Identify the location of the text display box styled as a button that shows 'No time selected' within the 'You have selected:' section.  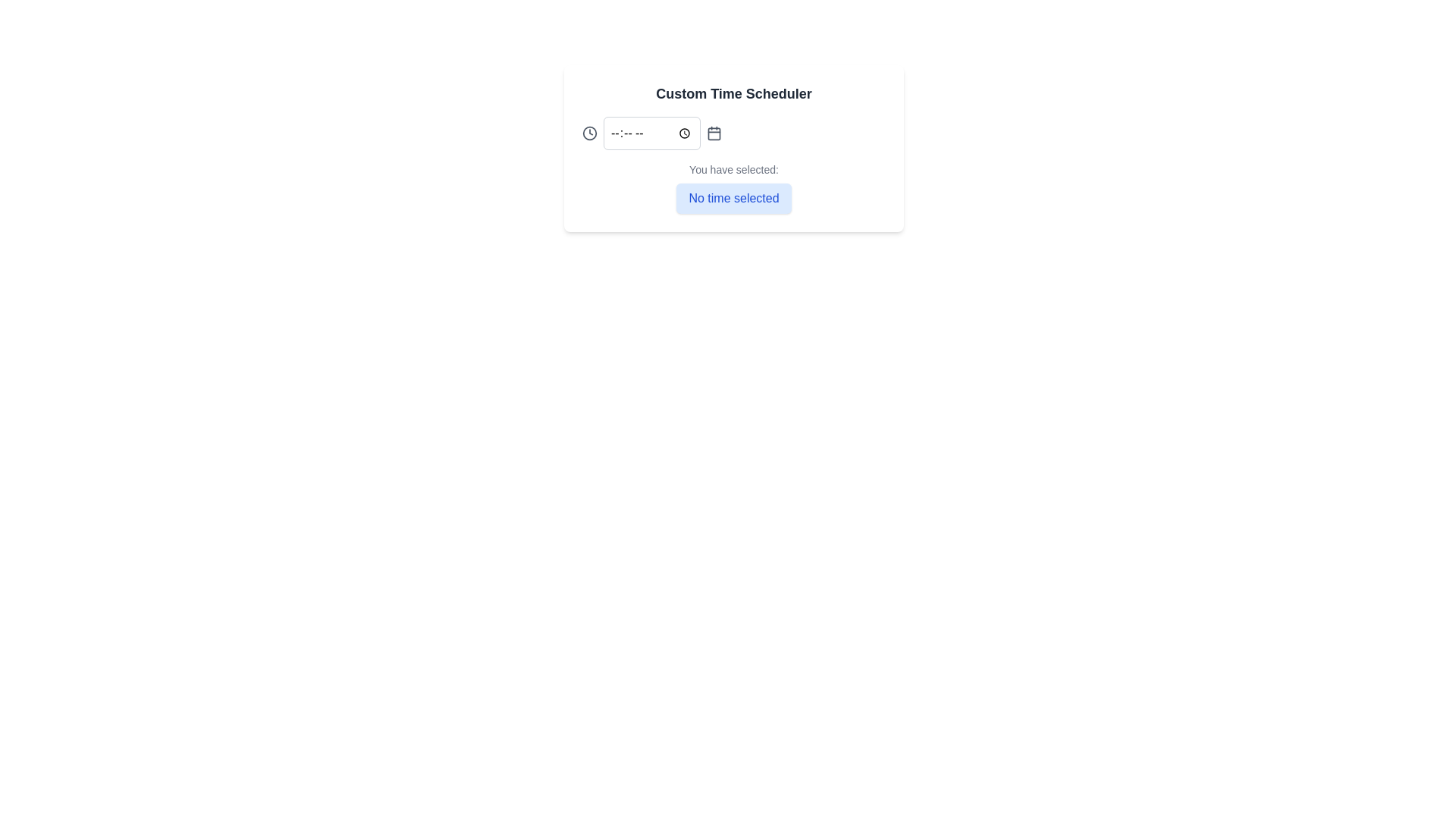
(734, 198).